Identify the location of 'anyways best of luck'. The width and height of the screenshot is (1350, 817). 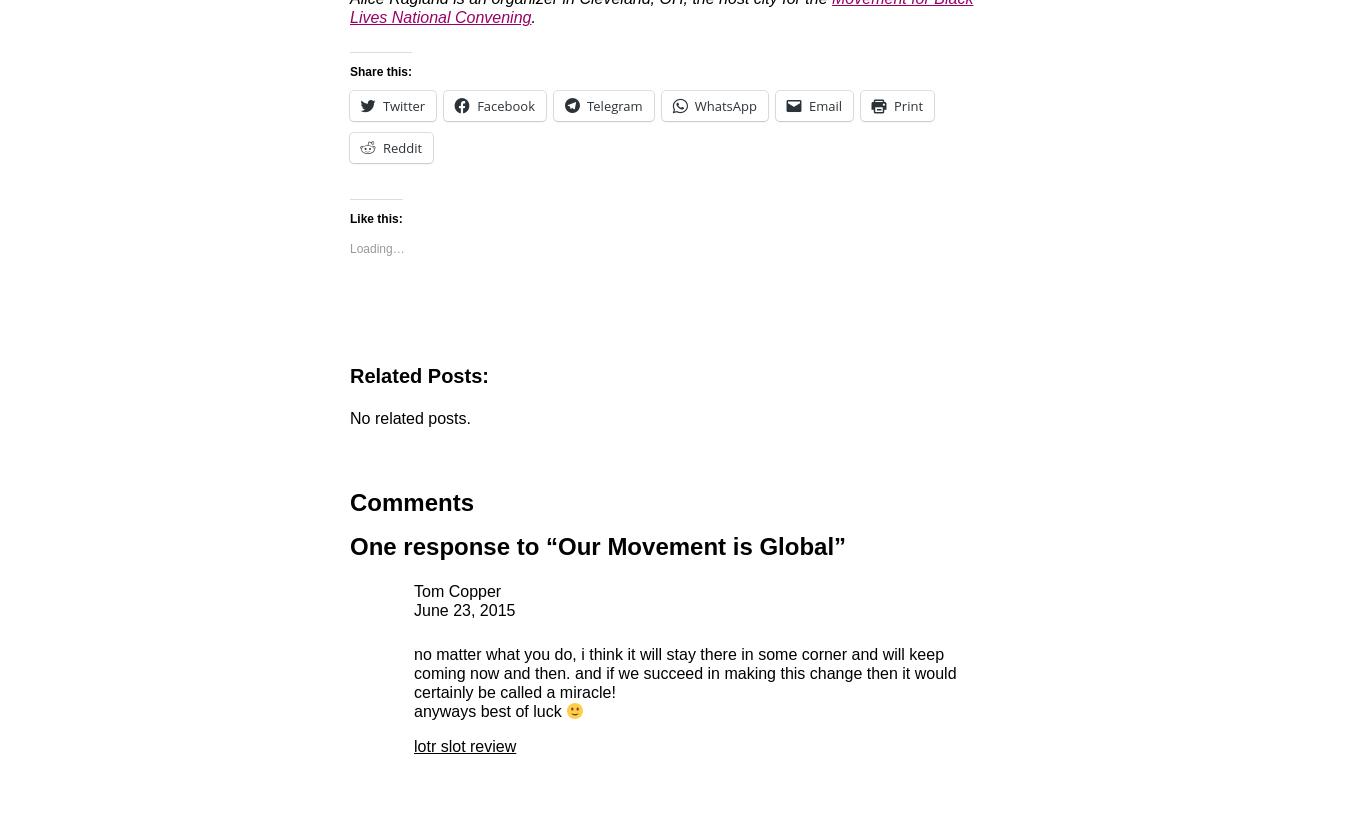
(489, 710).